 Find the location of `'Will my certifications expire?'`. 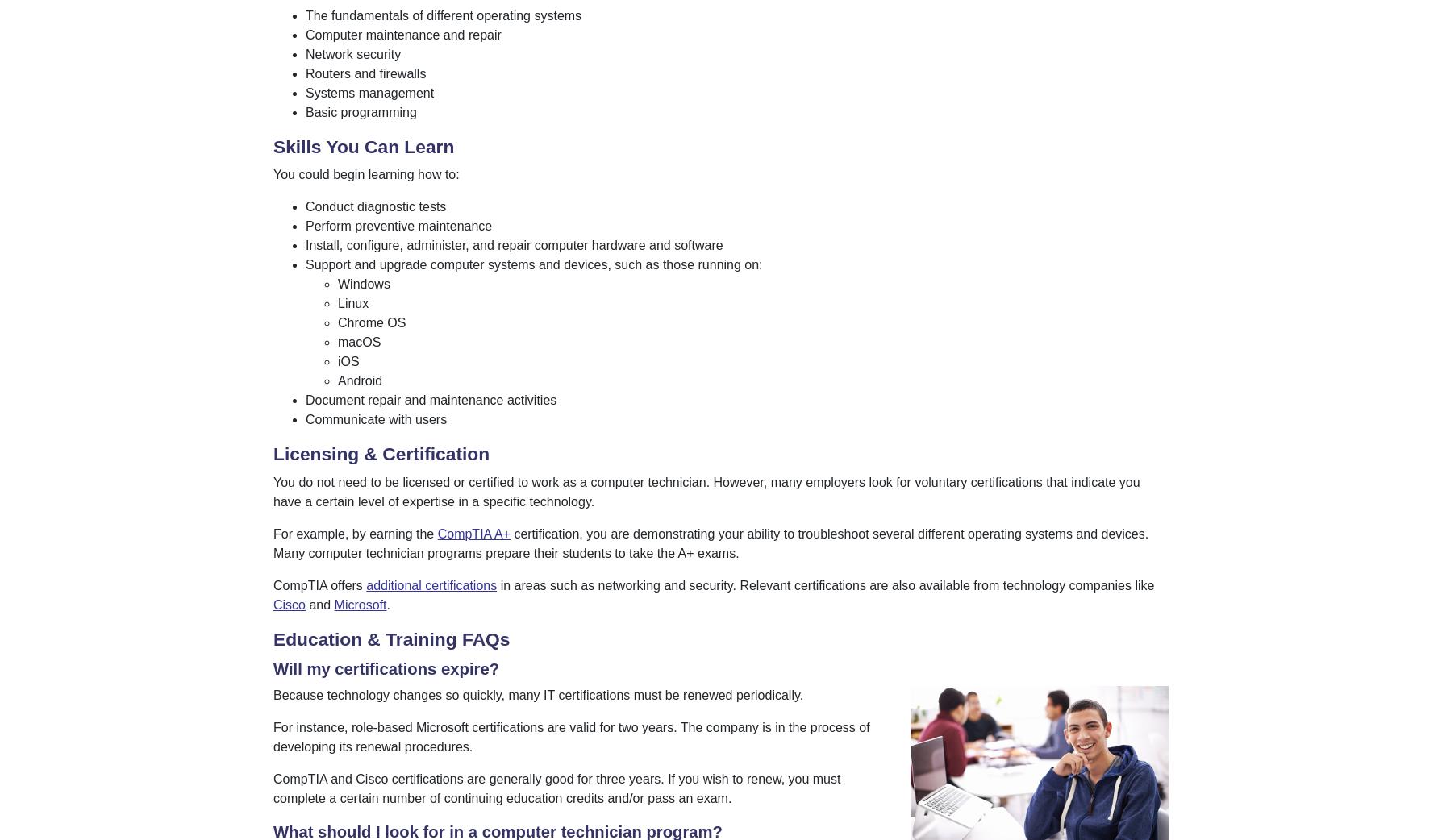

'Will my certifications expire?' is located at coordinates (273, 668).